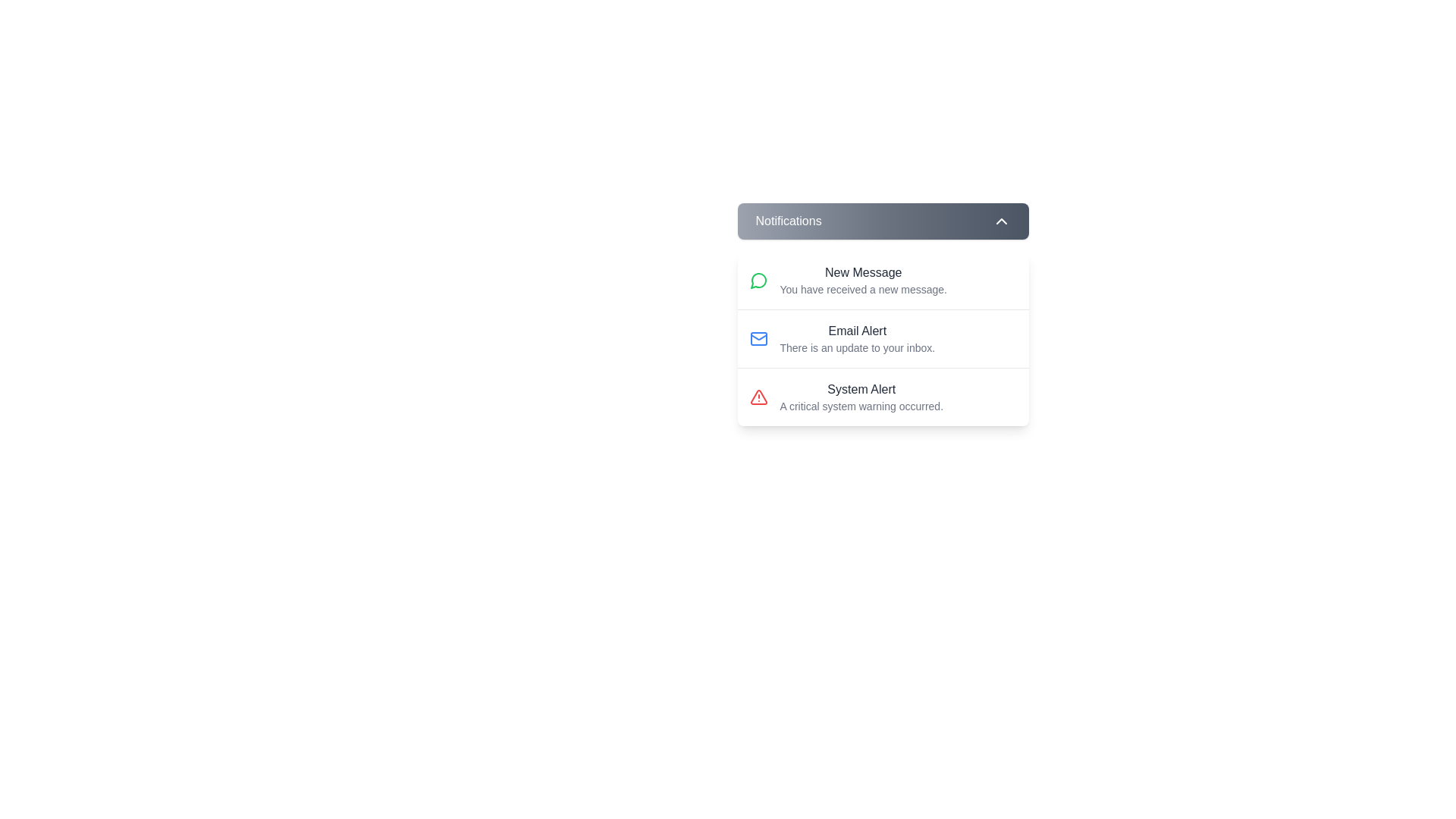  I want to click on the text label displaying the message 'A critical system warning occurred.' which is styled with 'text-sm text-gray-500' and located below the 'System Alert' text in the notification dropdown panel, so click(861, 406).